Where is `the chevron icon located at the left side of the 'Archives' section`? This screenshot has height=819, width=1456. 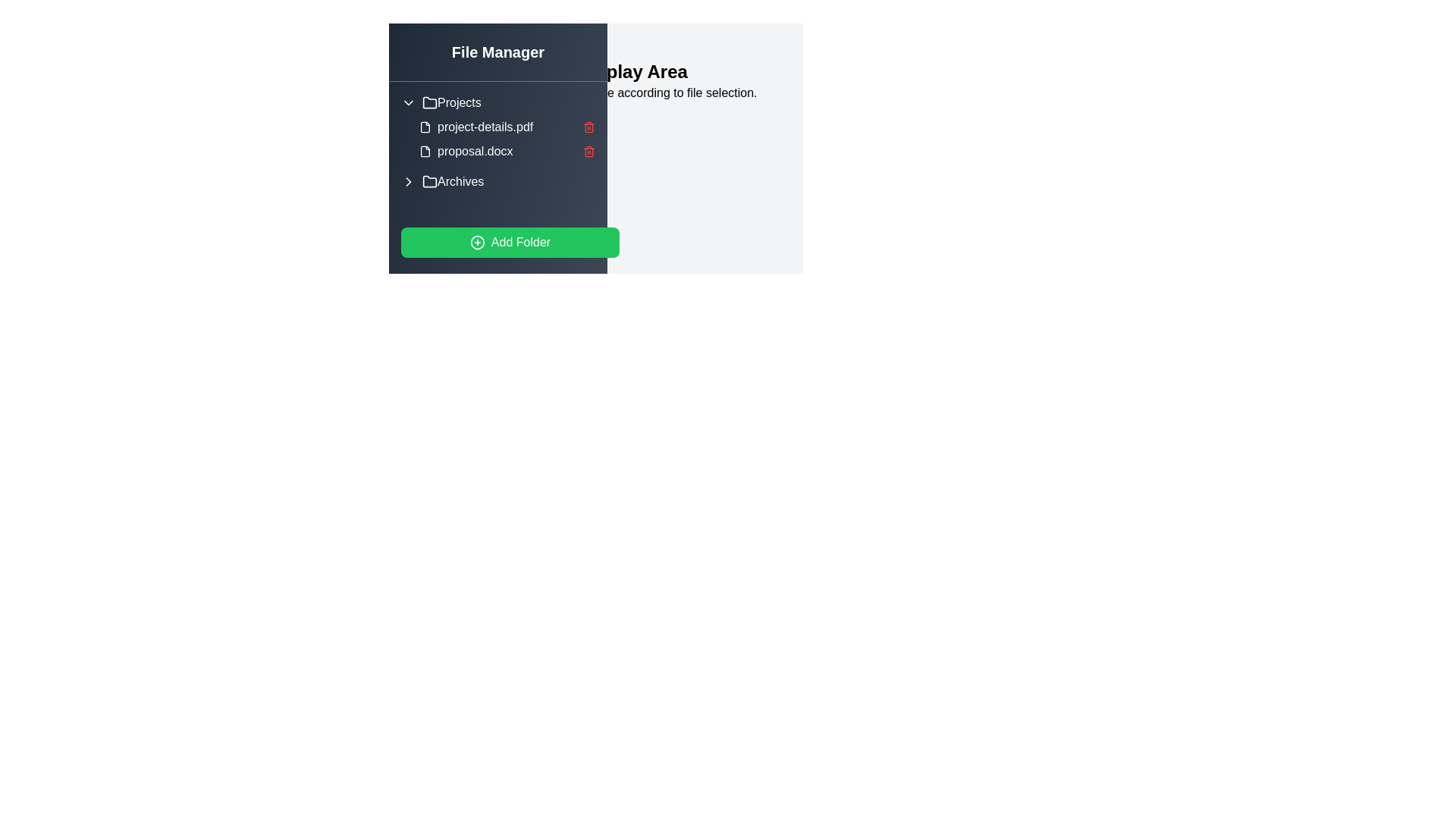 the chevron icon located at the left side of the 'Archives' section is located at coordinates (408, 180).